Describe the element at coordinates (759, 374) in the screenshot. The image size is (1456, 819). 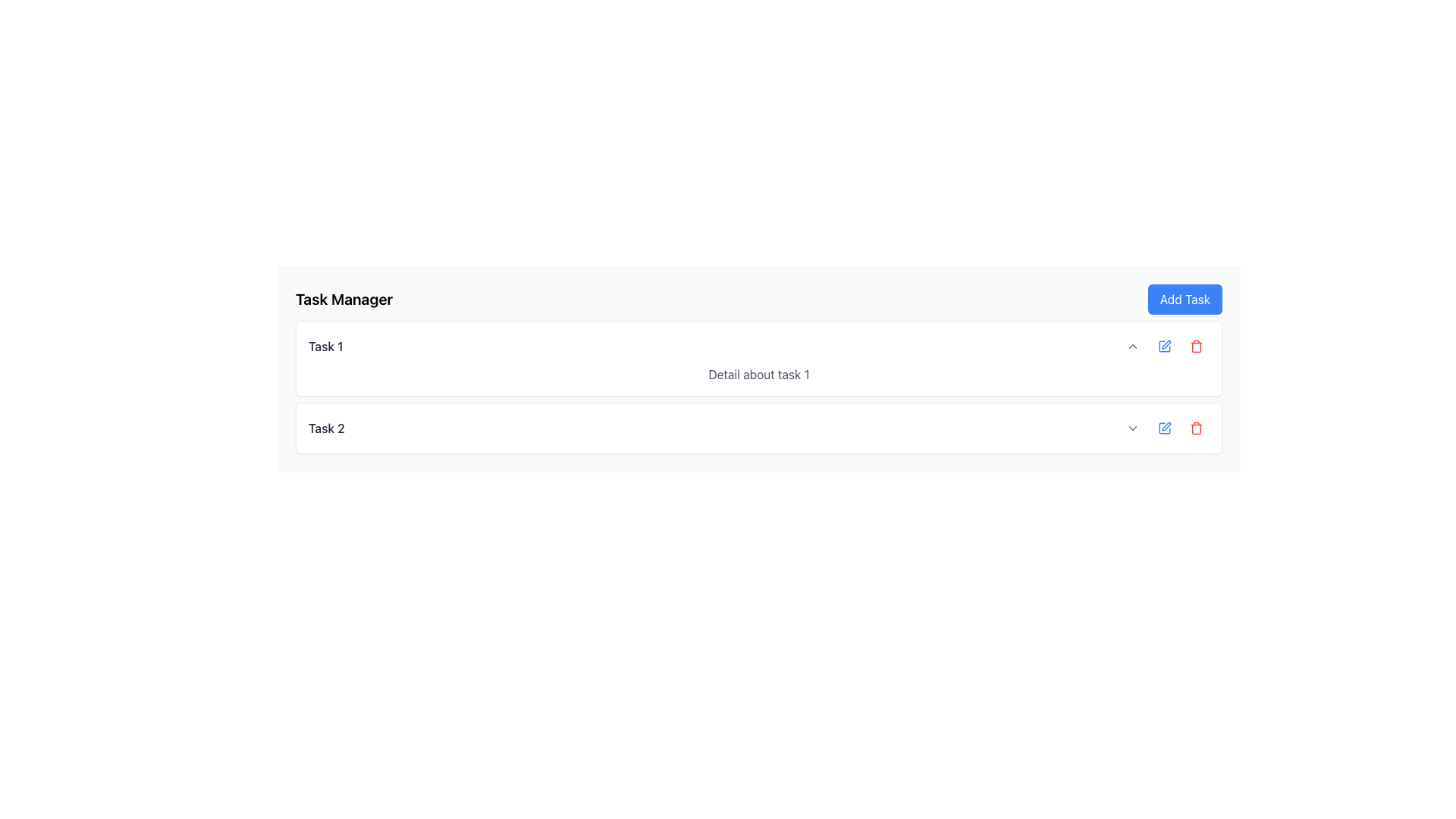
I see `the text label stating 'Detail about task 1' located beneath the heading 'Task 1' to focus or select it` at that location.